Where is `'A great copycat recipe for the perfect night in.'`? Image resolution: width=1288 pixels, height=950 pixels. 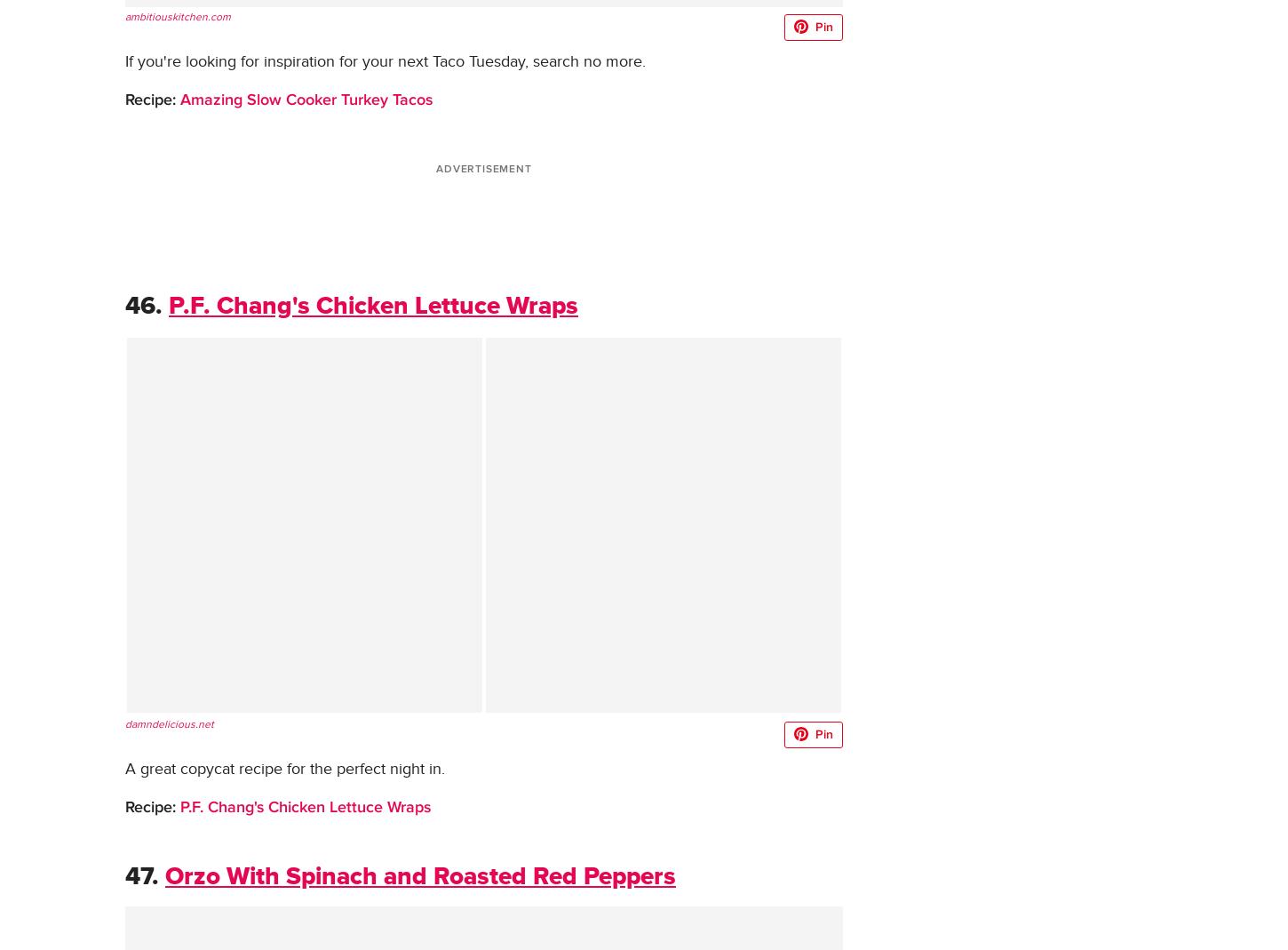 'A great copycat recipe for the perfect night in.' is located at coordinates (285, 767).